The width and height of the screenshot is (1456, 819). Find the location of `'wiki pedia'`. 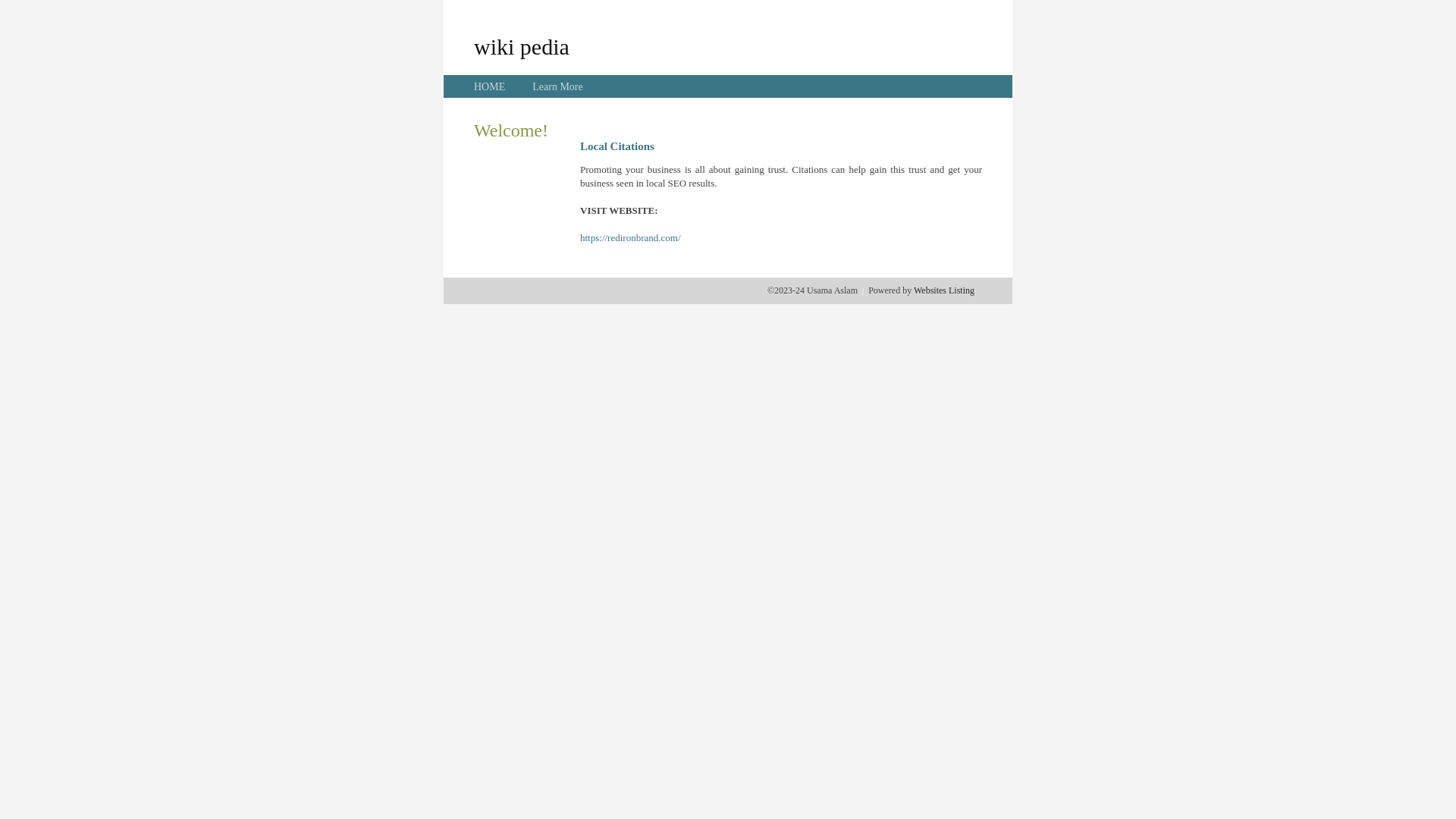

'wiki pedia' is located at coordinates (472, 45).